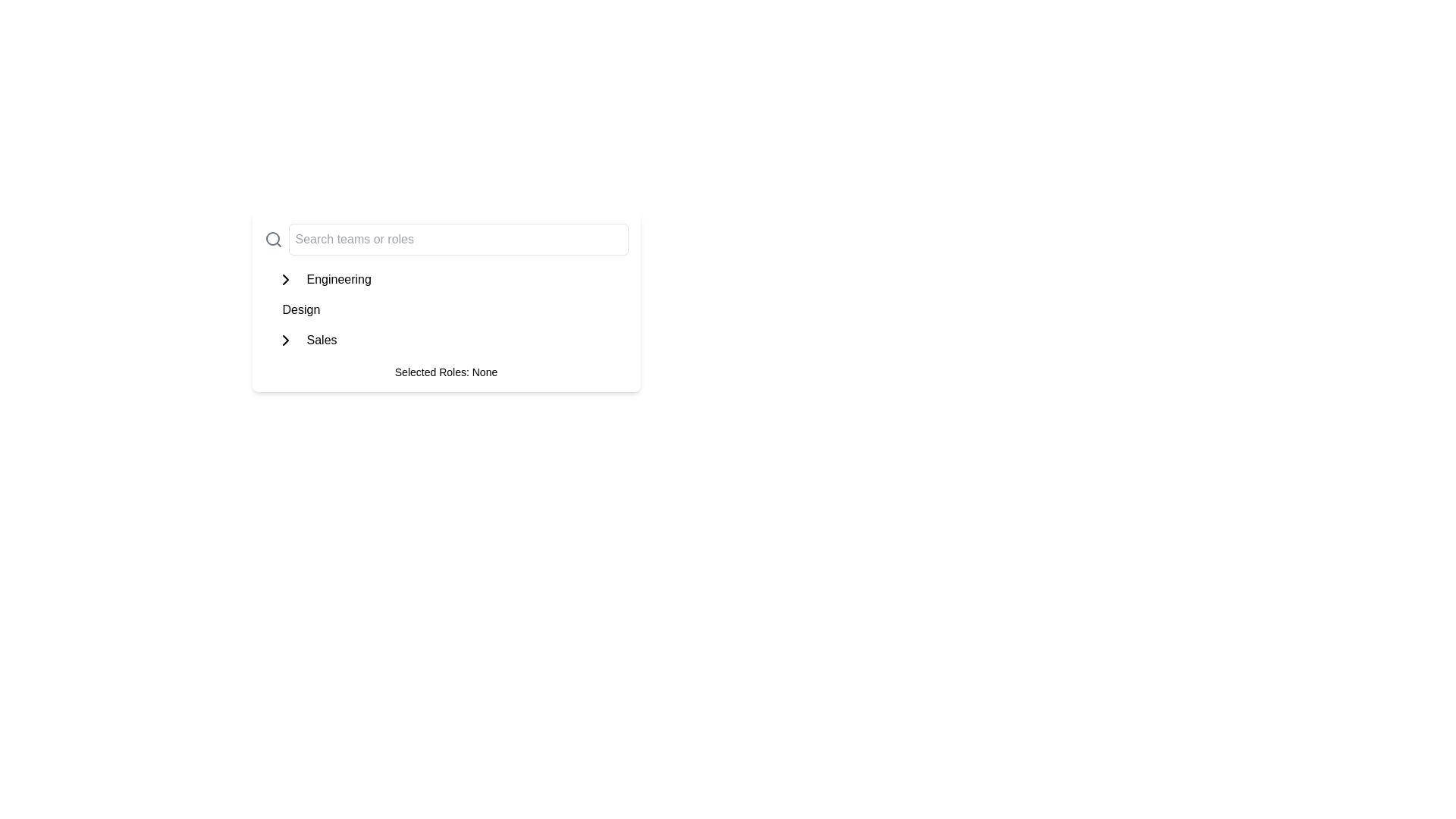 This screenshot has height=819, width=1456. I want to click on the first list item labeled 'Engineering' that contains an expand button, so click(445, 280).